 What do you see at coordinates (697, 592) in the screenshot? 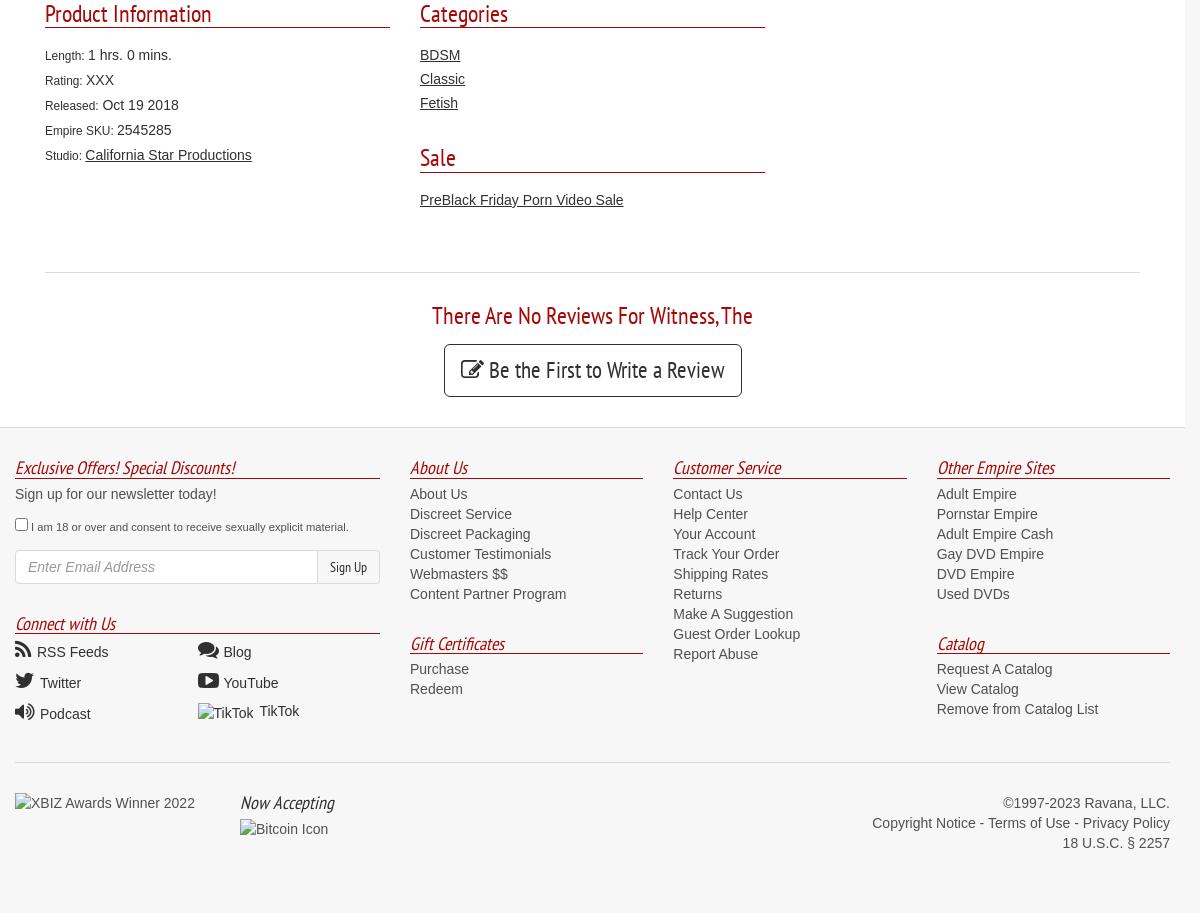
I see `'Returns'` at bounding box center [697, 592].